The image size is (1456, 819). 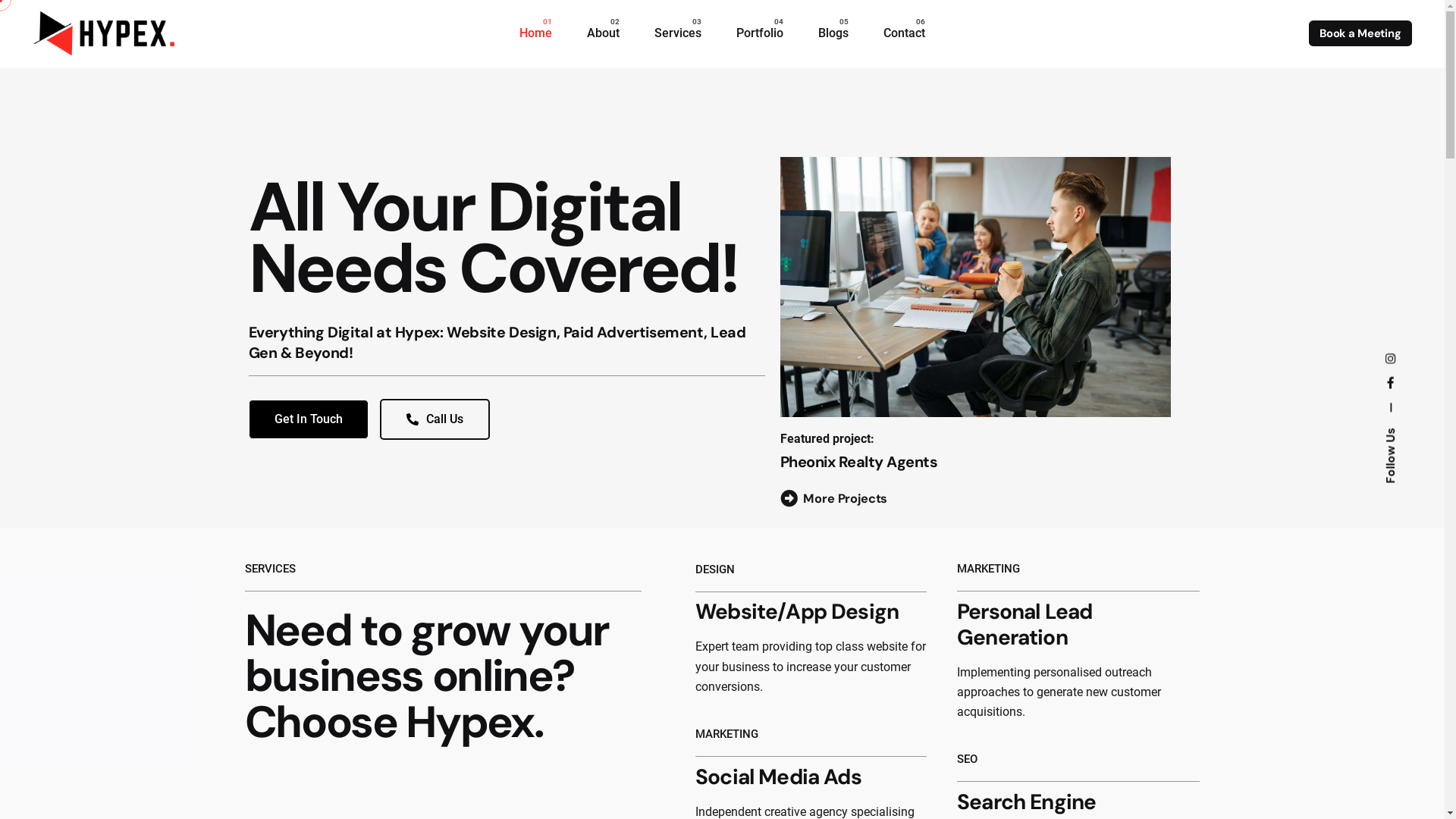 What do you see at coordinates (858, 461) in the screenshot?
I see `'Pheonix Realty Agents'` at bounding box center [858, 461].